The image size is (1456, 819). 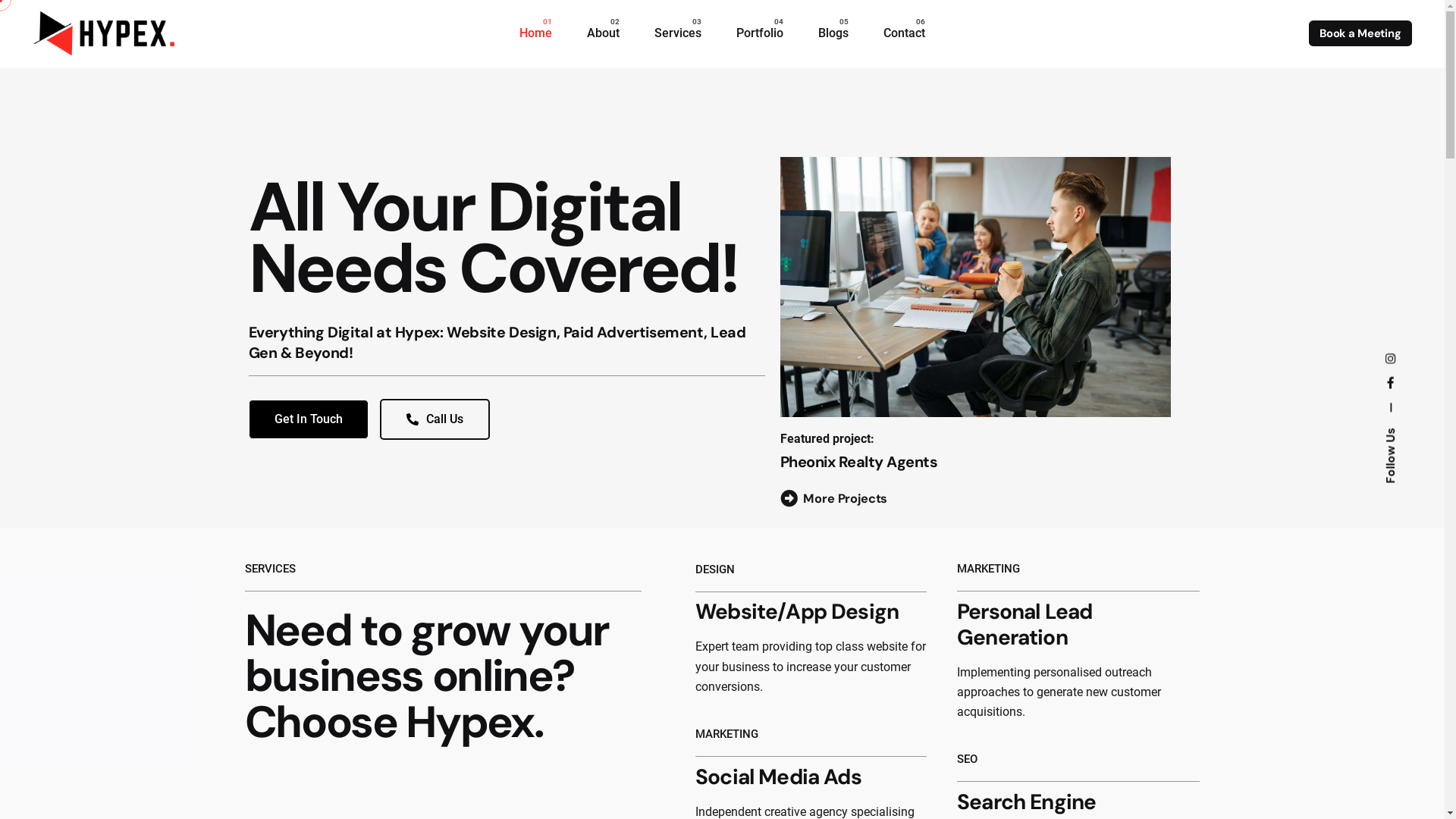 What do you see at coordinates (858, 461) in the screenshot?
I see `'Pheonix Realty Agents'` at bounding box center [858, 461].